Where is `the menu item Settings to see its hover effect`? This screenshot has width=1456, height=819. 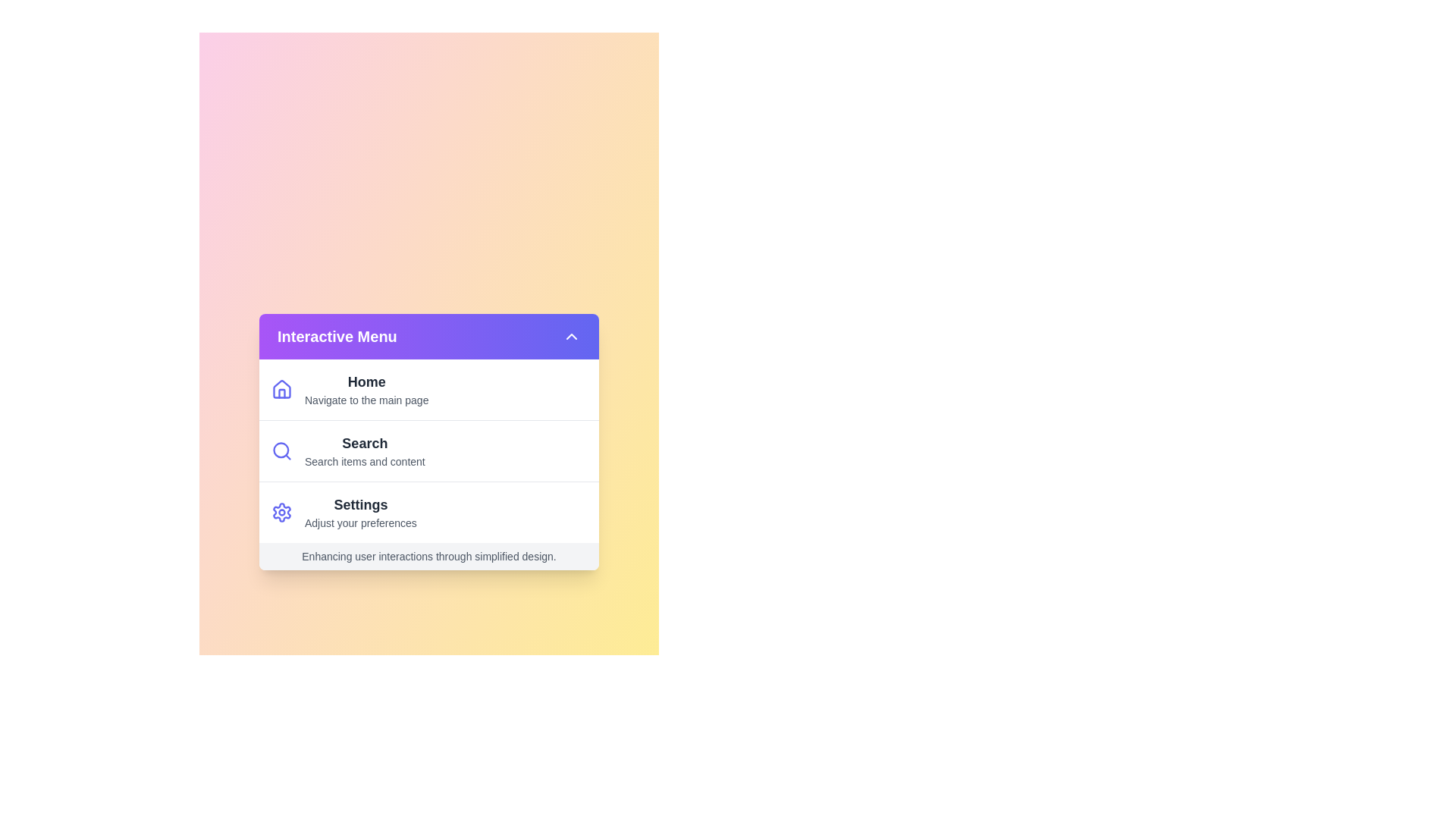 the menu item Settings to see its hover effect is located at coordinates (428, 512).